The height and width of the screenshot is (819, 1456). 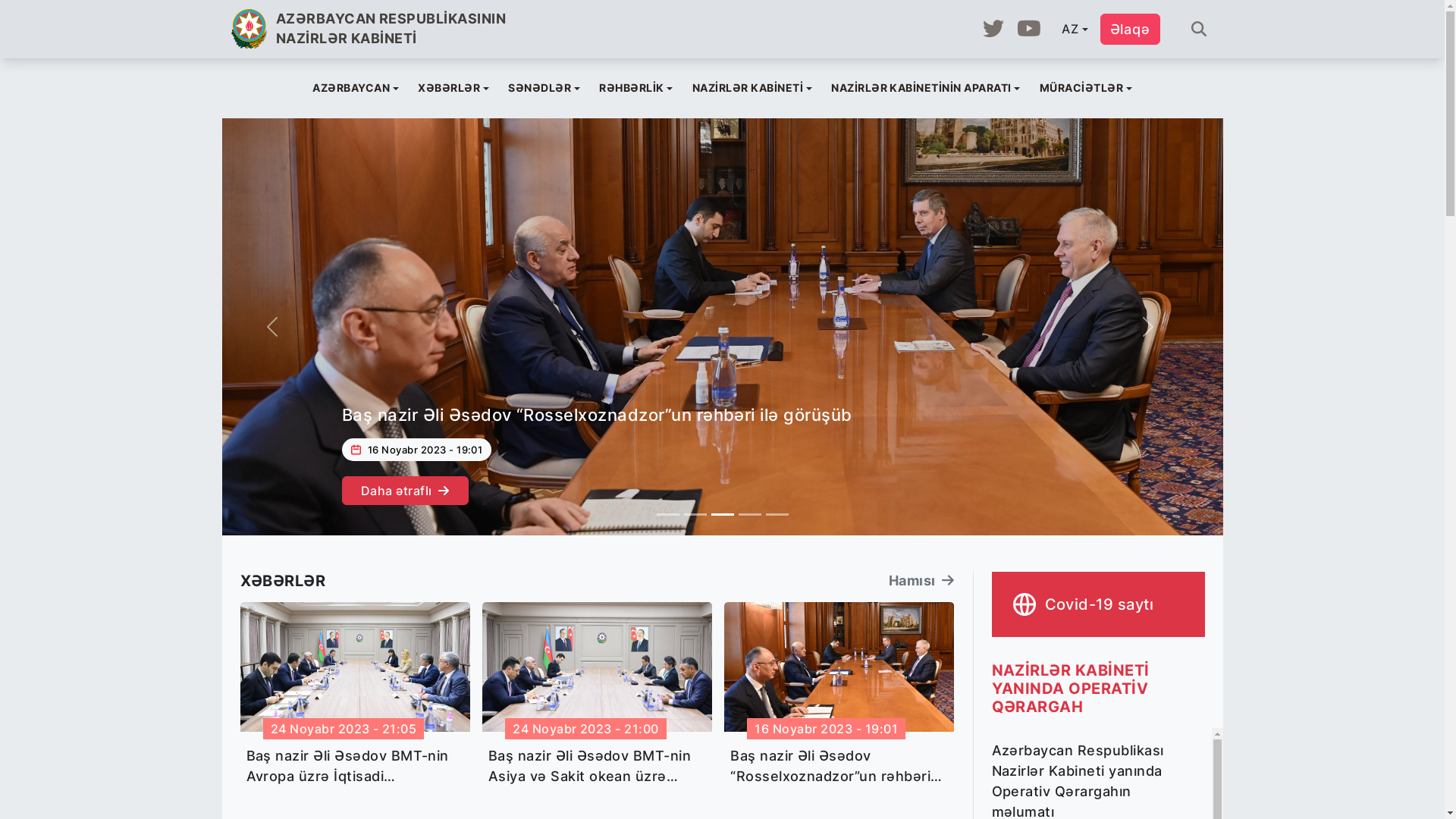 I want to click on 'AZ', so click(x=1052, y=29).